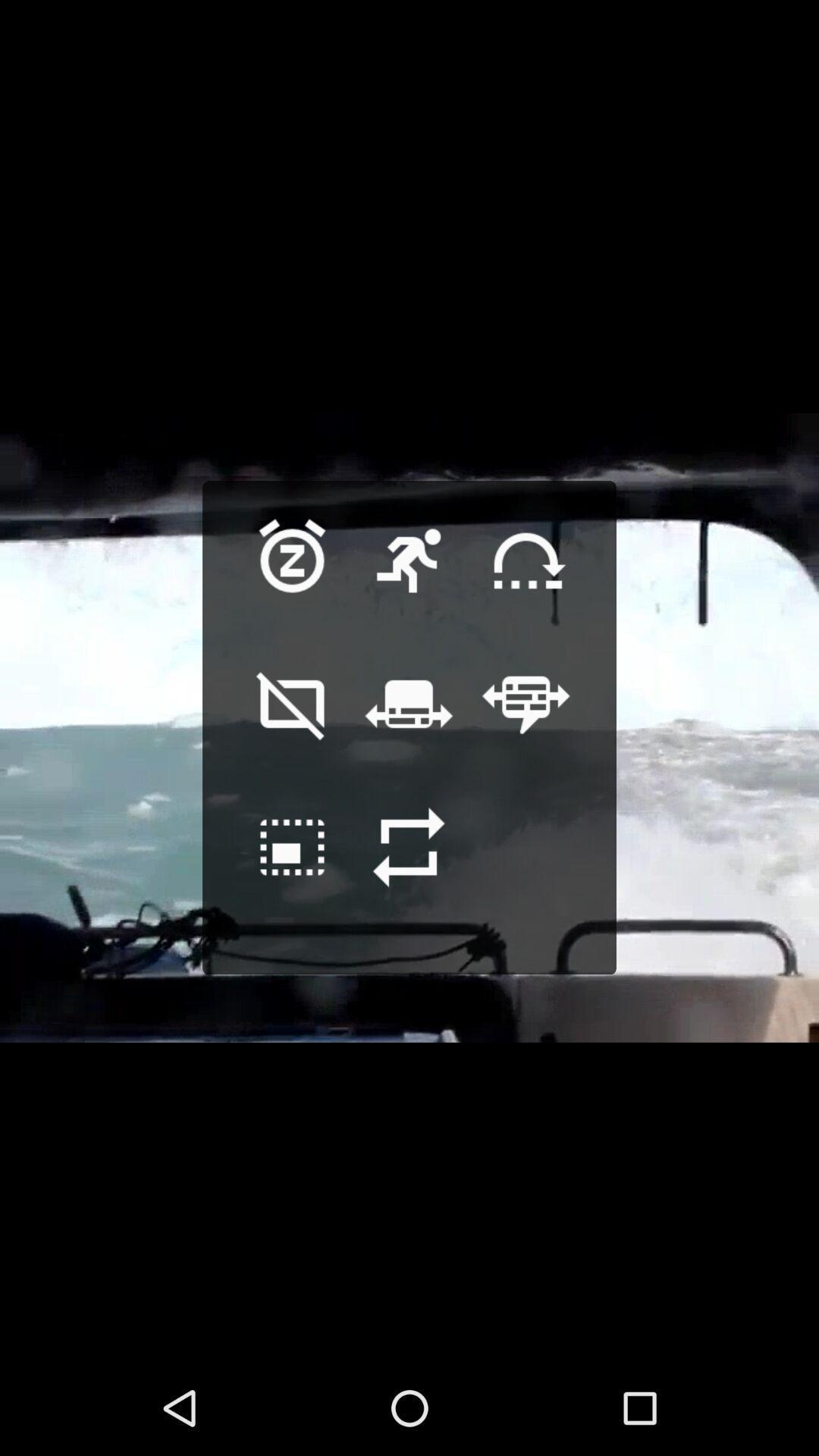  What do you see at coordinates (408, 584) in the screenshot?
I see `running` at bounding box center [408, 584].